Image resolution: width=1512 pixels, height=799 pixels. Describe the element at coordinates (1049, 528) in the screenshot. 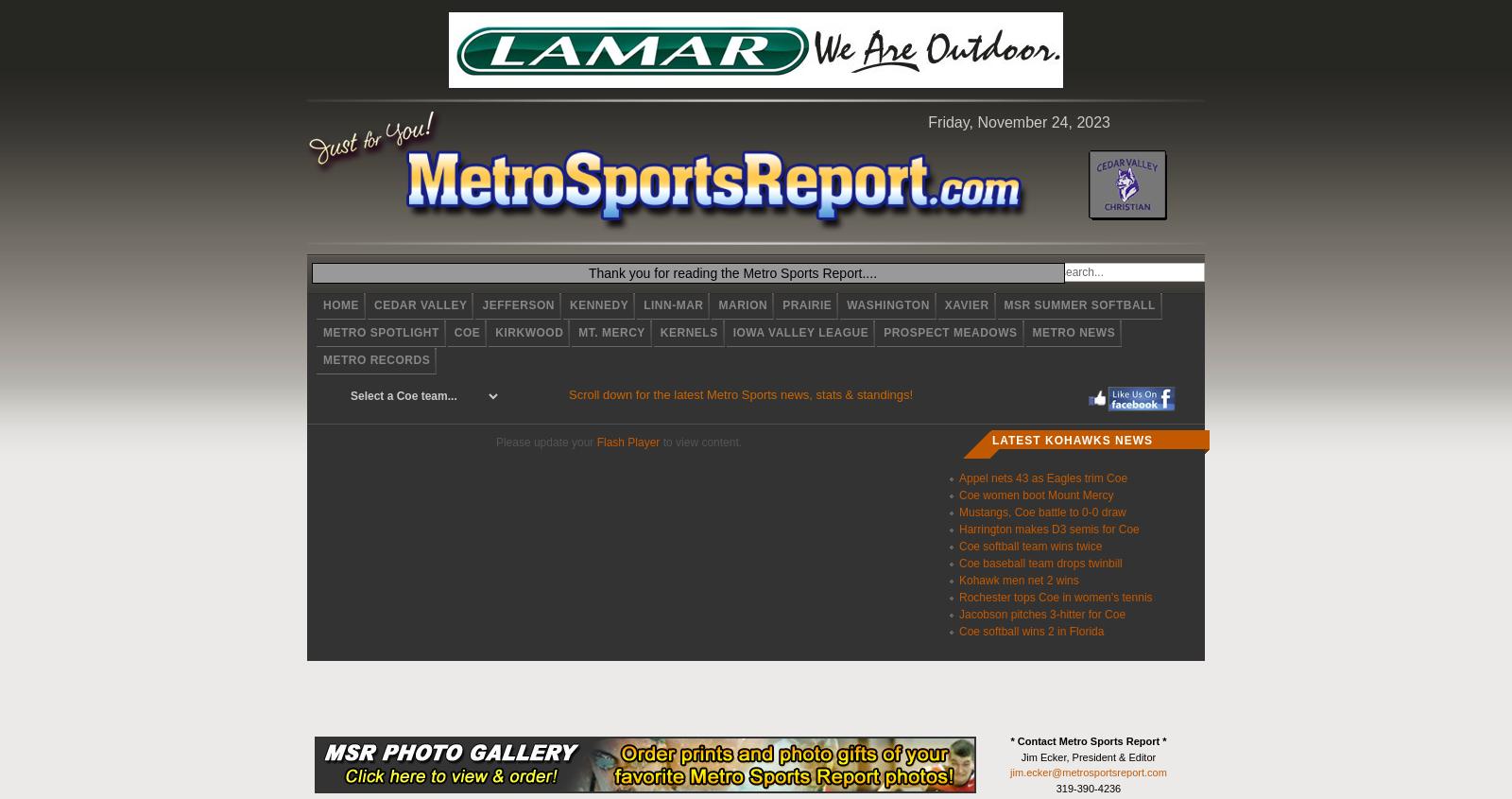

I see `'Harrington makes D3 semis for Coe'` at that location.